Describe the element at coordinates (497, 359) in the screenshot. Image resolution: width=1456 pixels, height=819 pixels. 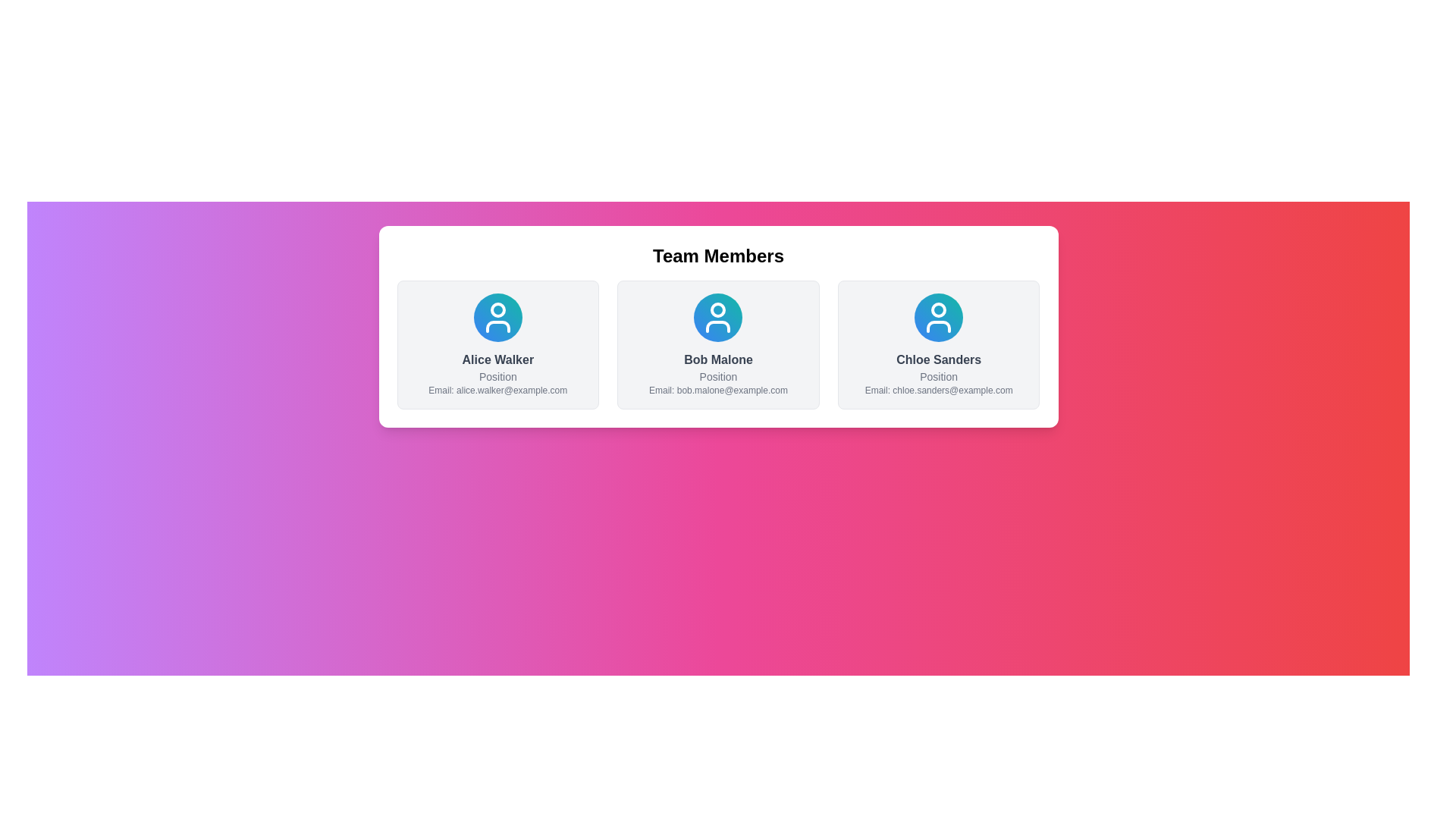
I see `text displaying the name 'Alice Walker' in the 'Team Members' section, which is the first text element below the profile icon` at that location.